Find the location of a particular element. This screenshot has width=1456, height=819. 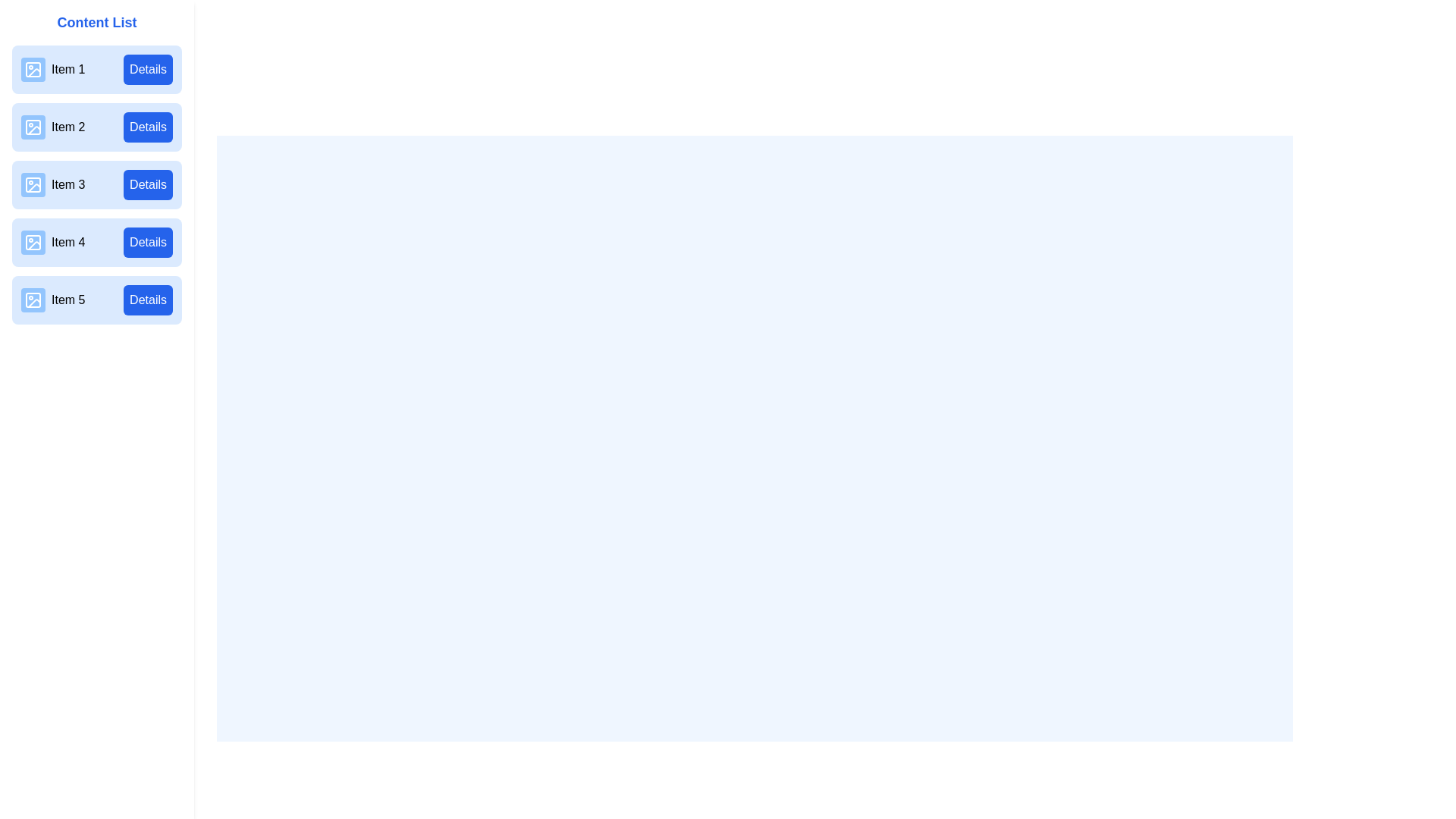

the icon located to the left of the 'Item 5' row is located at coordinates (33, 300).